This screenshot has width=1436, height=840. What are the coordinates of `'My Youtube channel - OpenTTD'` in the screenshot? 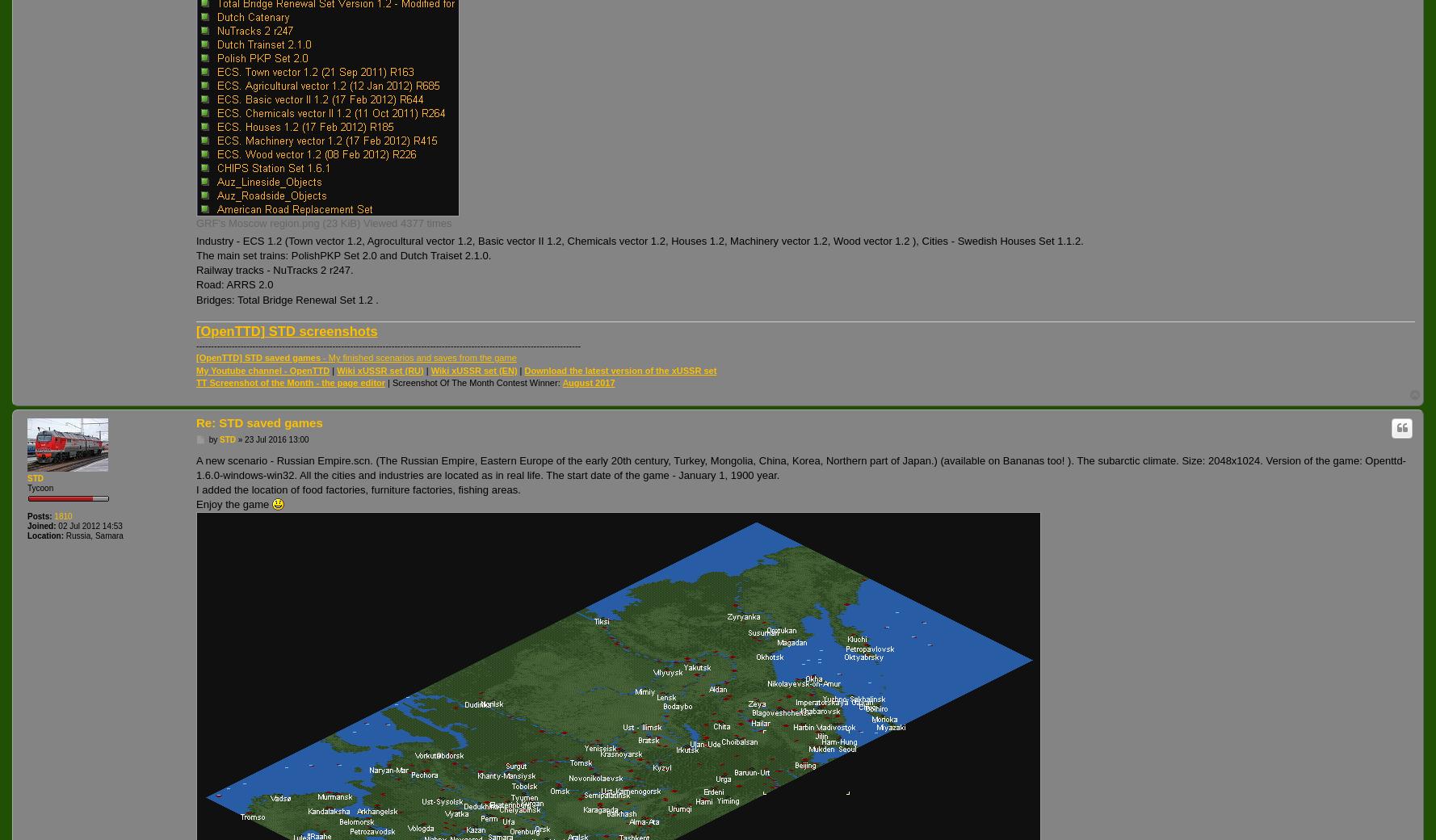 It's located at (262, 370).